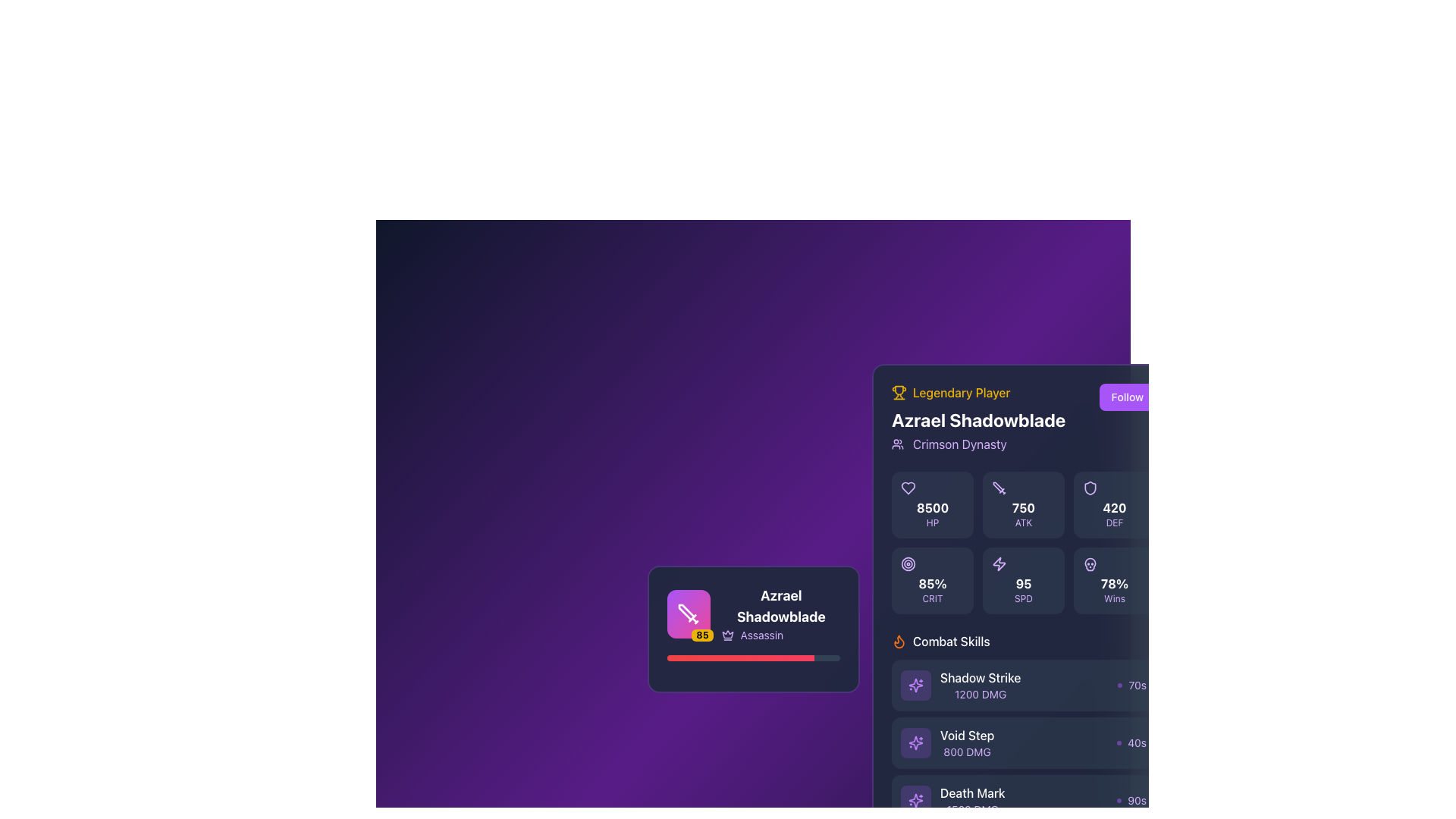  I want to click on the purple crown icon located to the left of the text 'Assassin', which is aligned horizontally with the text, so click(728, 635).